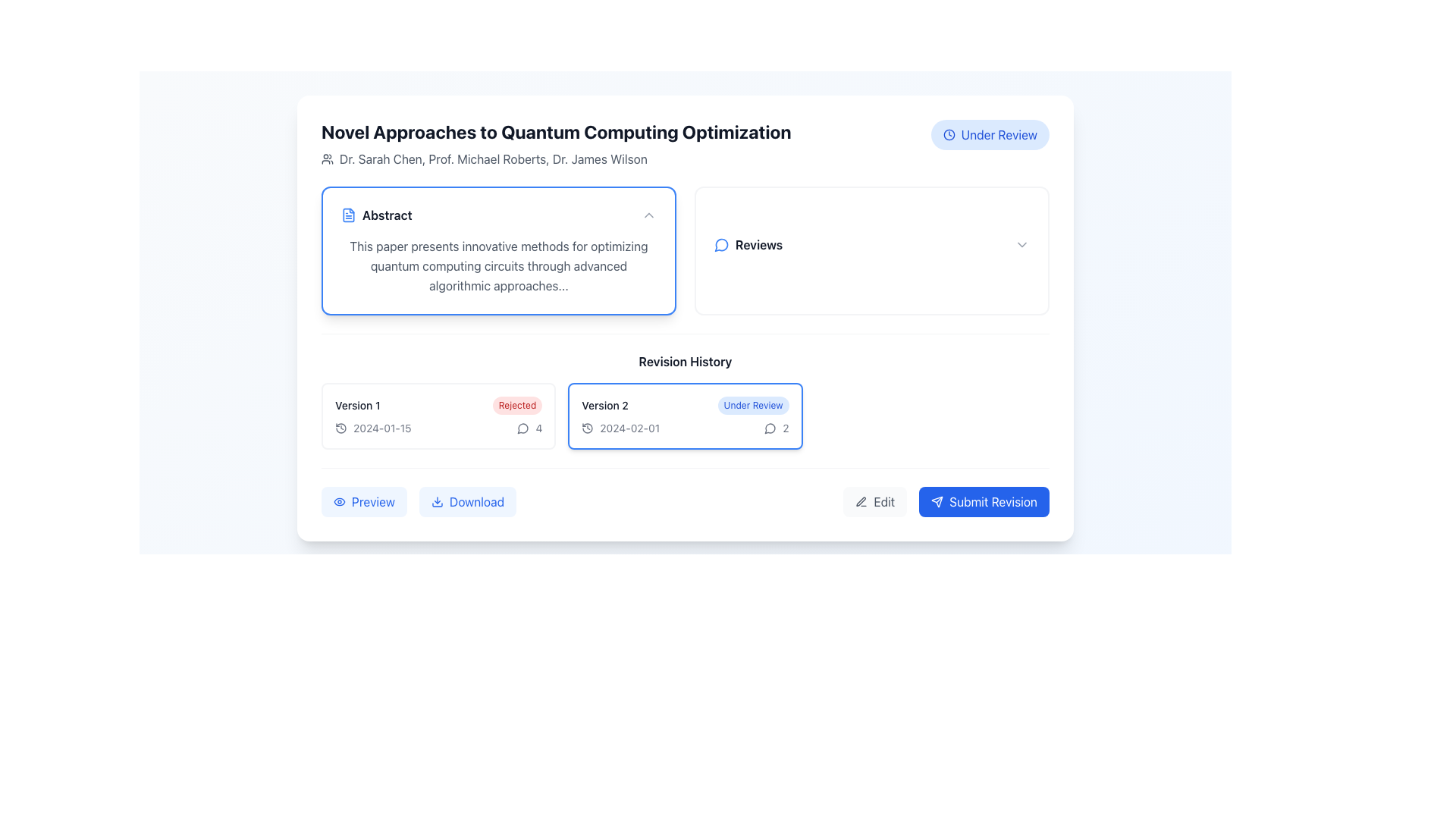 The image size is (1456, 819). What do you see at coordinates (555, 143) in the screenshot?
I see `the interactive author names in the Header section, which displays the title of the document or project along with the list of authors, located near the top-left corner of the card interface` at bounding box center [555, 143].